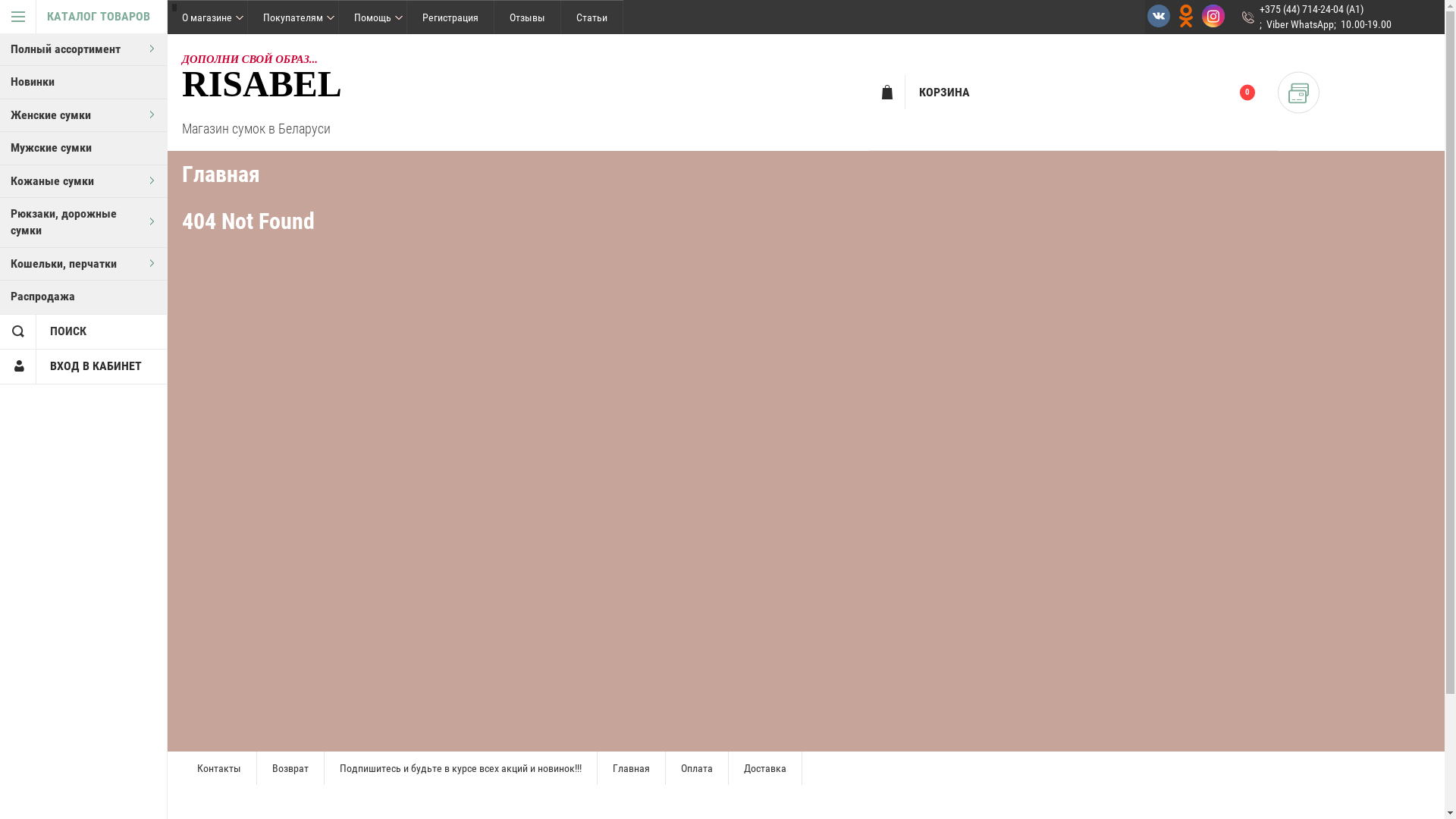 The image size is (1456, 819). Describe the element at coordinates (1299, 24) in the screenshot. I see `'Viber WhatsApp'` at that location.